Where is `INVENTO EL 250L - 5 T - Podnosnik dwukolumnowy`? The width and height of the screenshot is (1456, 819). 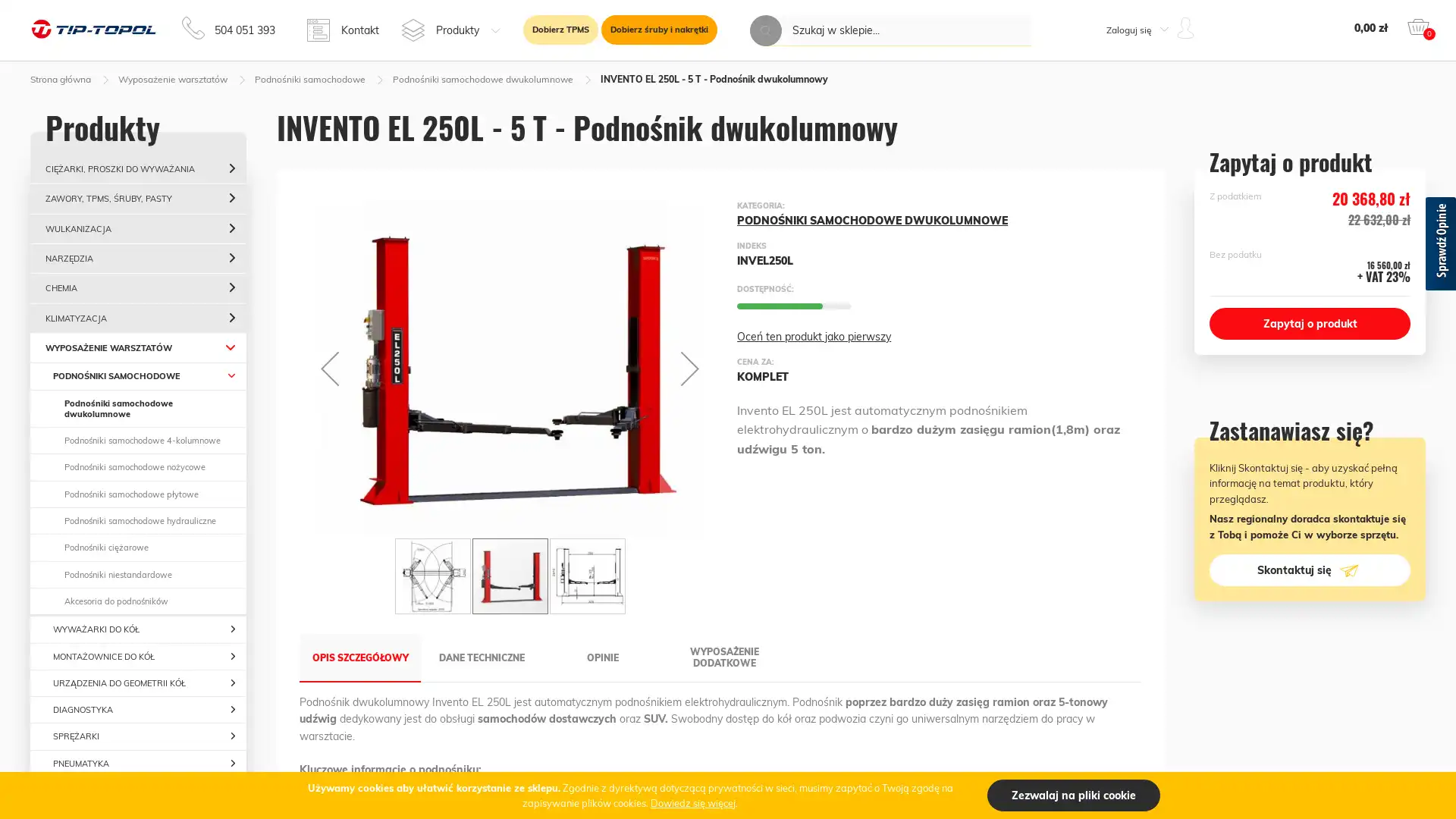 INVENTO EL 250L - 5 T - Podnosnik dwukolumnowy is located at coordinates (510, 576).